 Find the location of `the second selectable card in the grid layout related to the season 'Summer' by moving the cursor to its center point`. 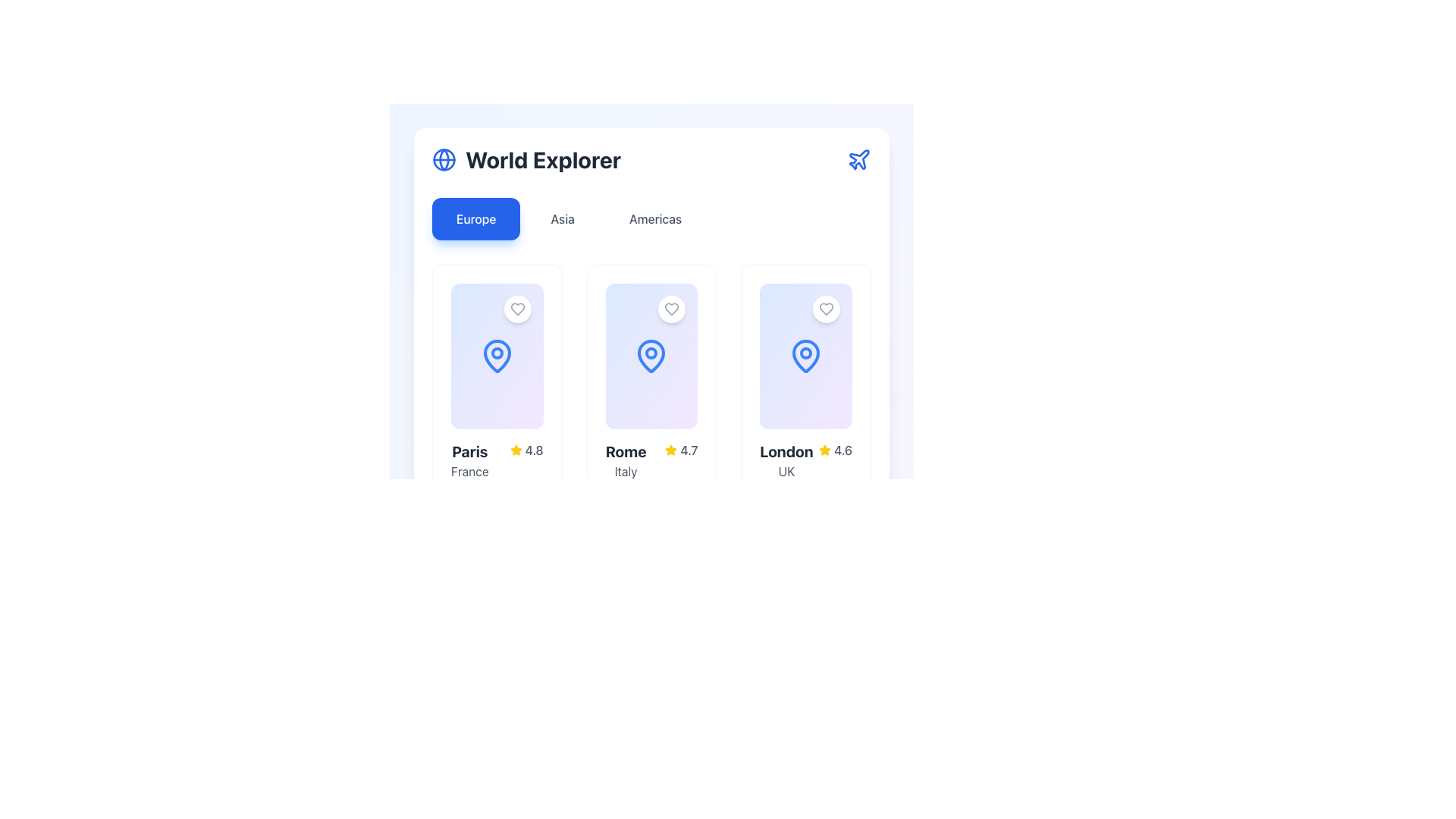

the second selectable card in the grid layout related to the season 'Summer' by moving the cursor to its center point is located at coordinates (676, 511).